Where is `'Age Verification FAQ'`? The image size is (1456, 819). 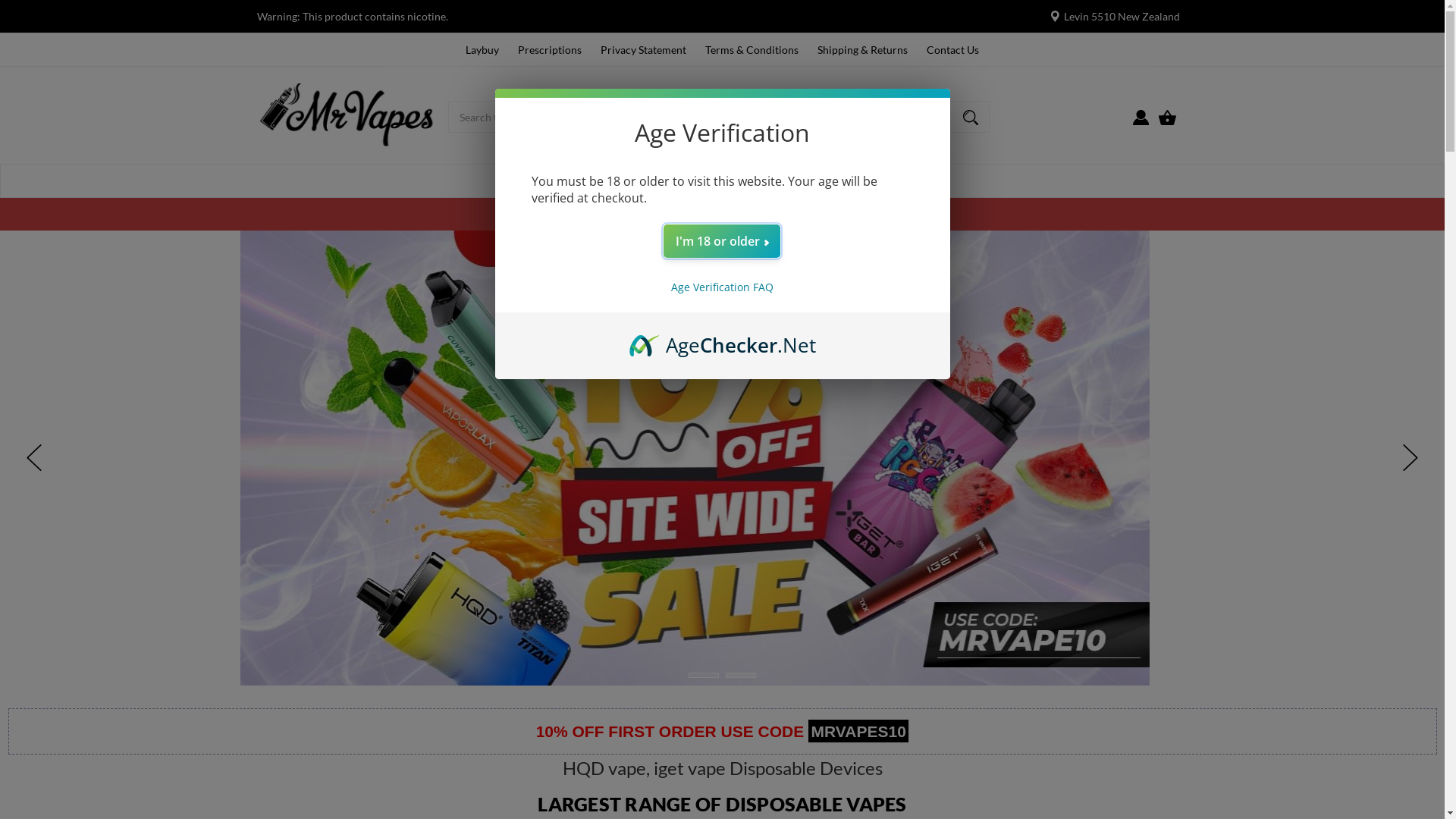
'Age Verification FAQ' is located at coordinates (670, 287).